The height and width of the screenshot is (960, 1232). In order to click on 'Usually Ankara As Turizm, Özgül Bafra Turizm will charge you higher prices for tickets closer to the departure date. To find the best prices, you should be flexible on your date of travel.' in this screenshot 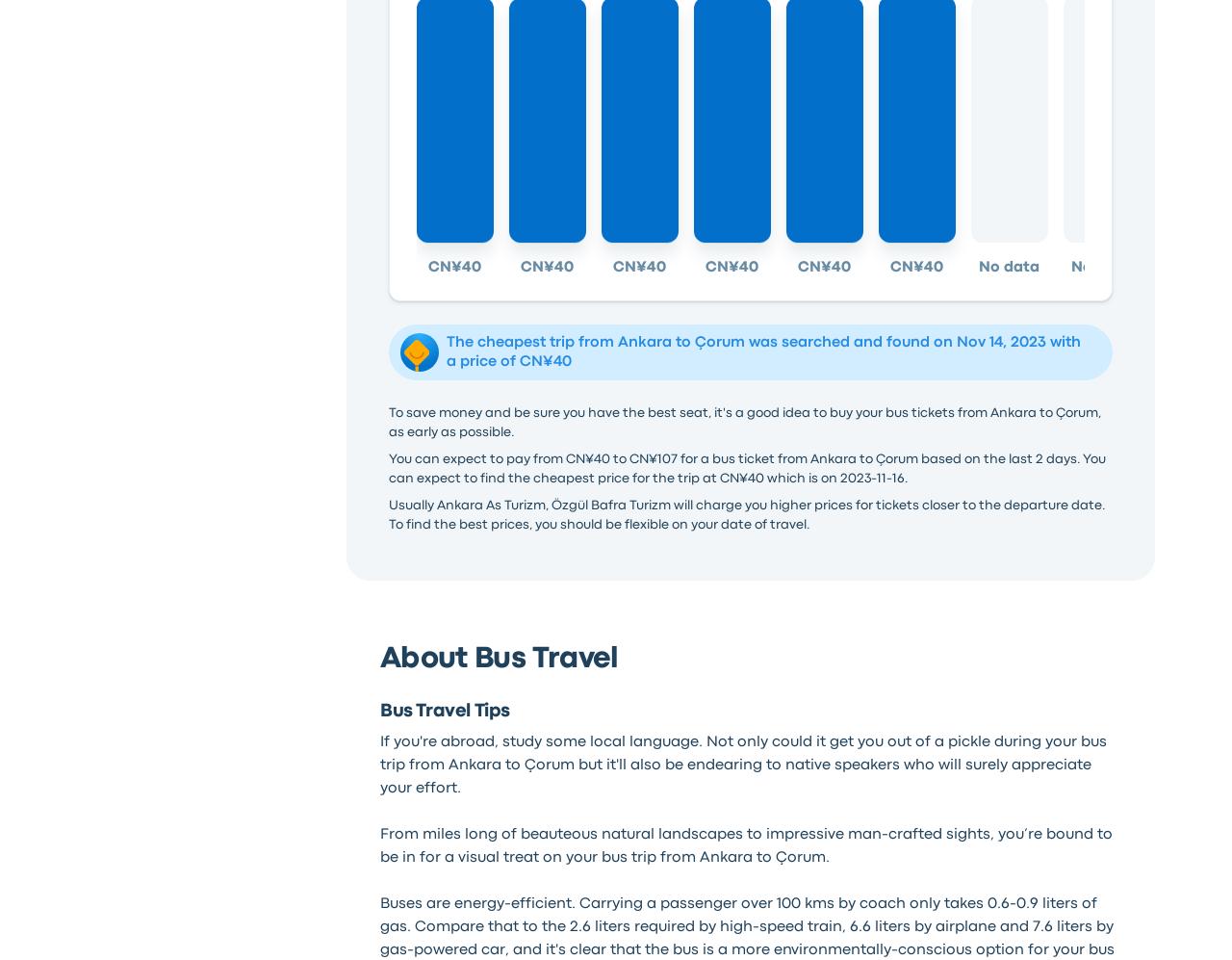, I will do `click(745, 512)`.